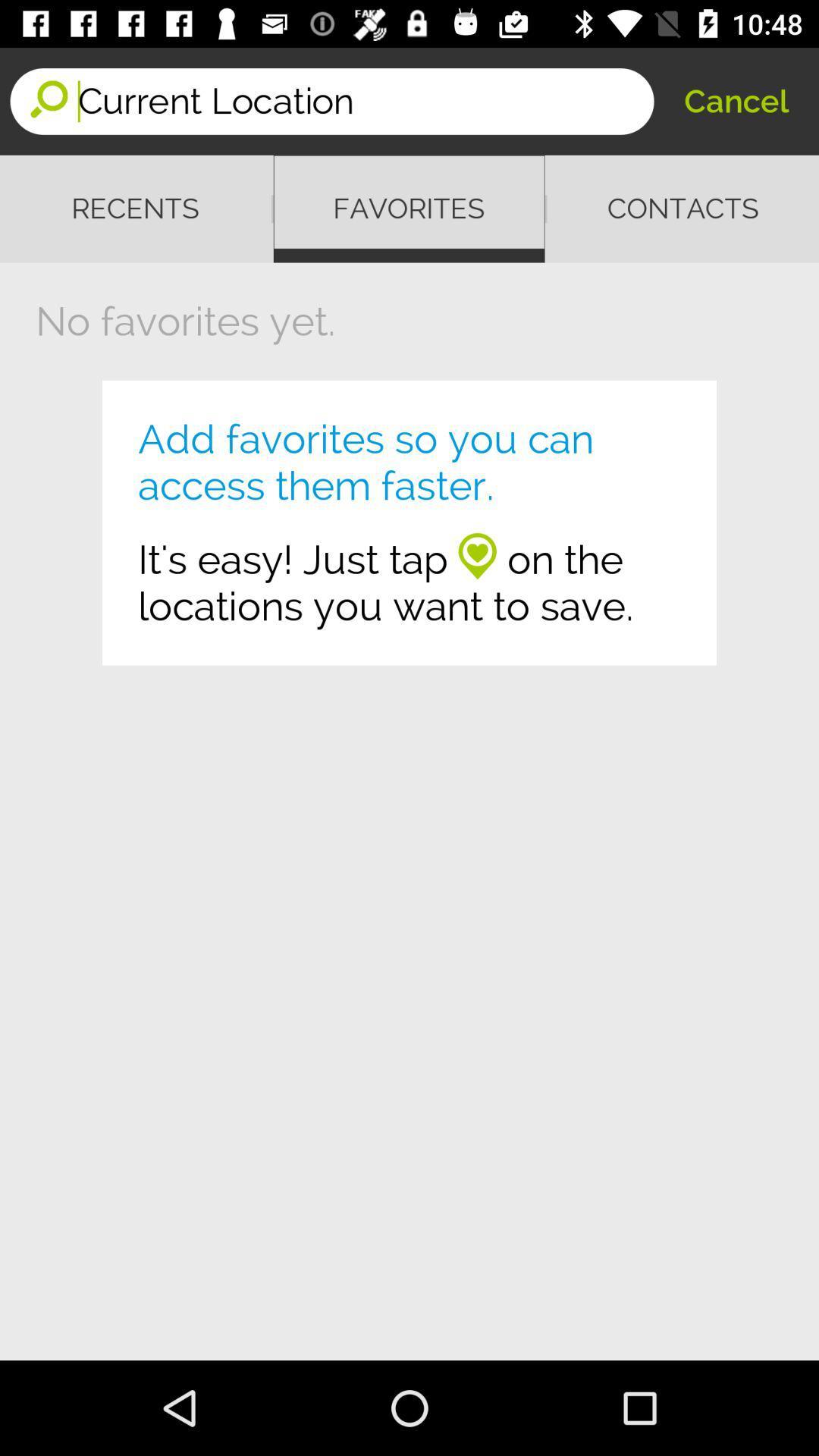 The width and height of the screenshot is (819, 1456). I want to click on the icon next to cancel icon, so click(366, 100).